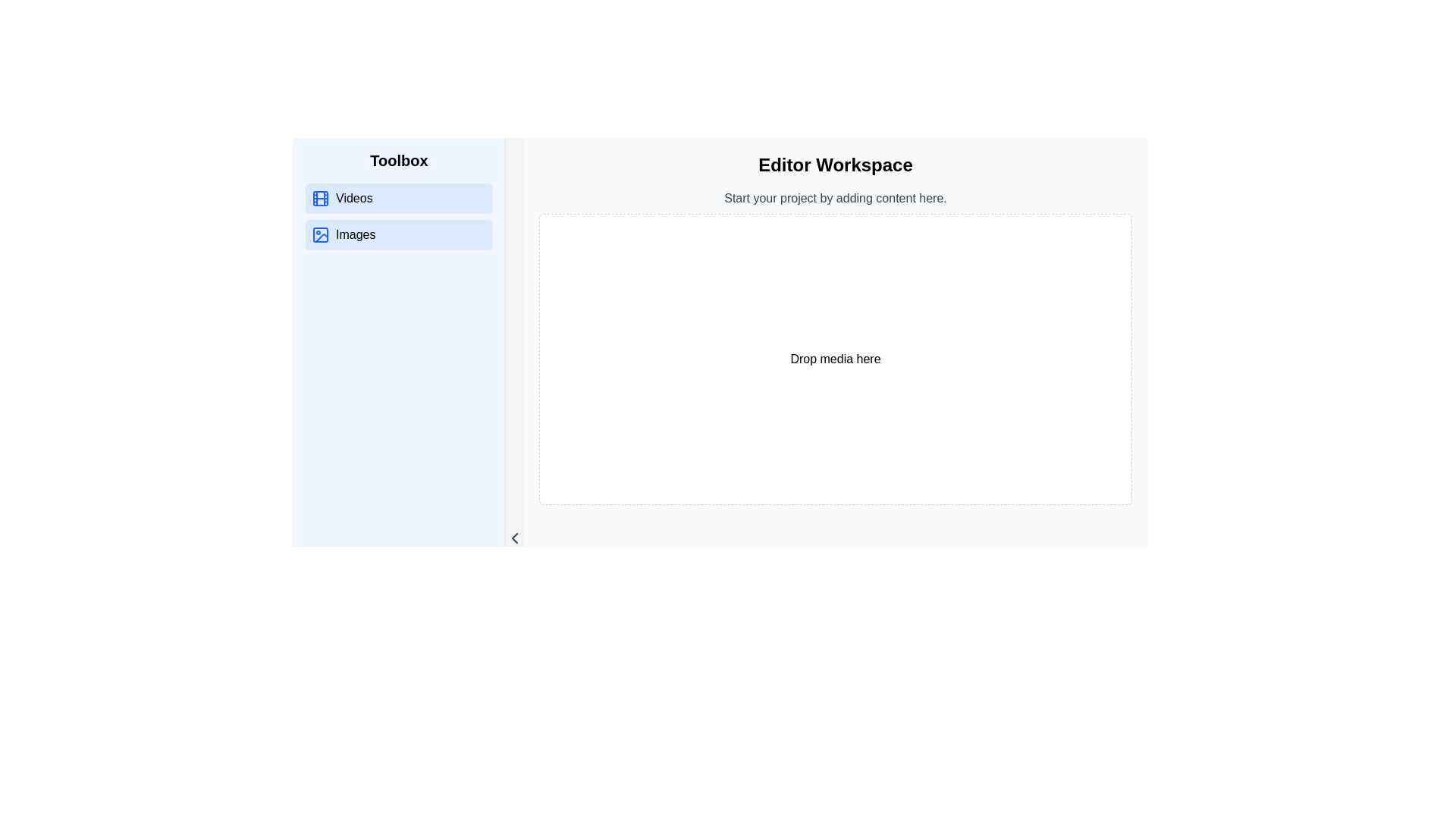 This screenshot has width=1456, height=819. I want to click on the 'Images' text label in the left sidebar of the 'Toolbox', so click(355, 234).